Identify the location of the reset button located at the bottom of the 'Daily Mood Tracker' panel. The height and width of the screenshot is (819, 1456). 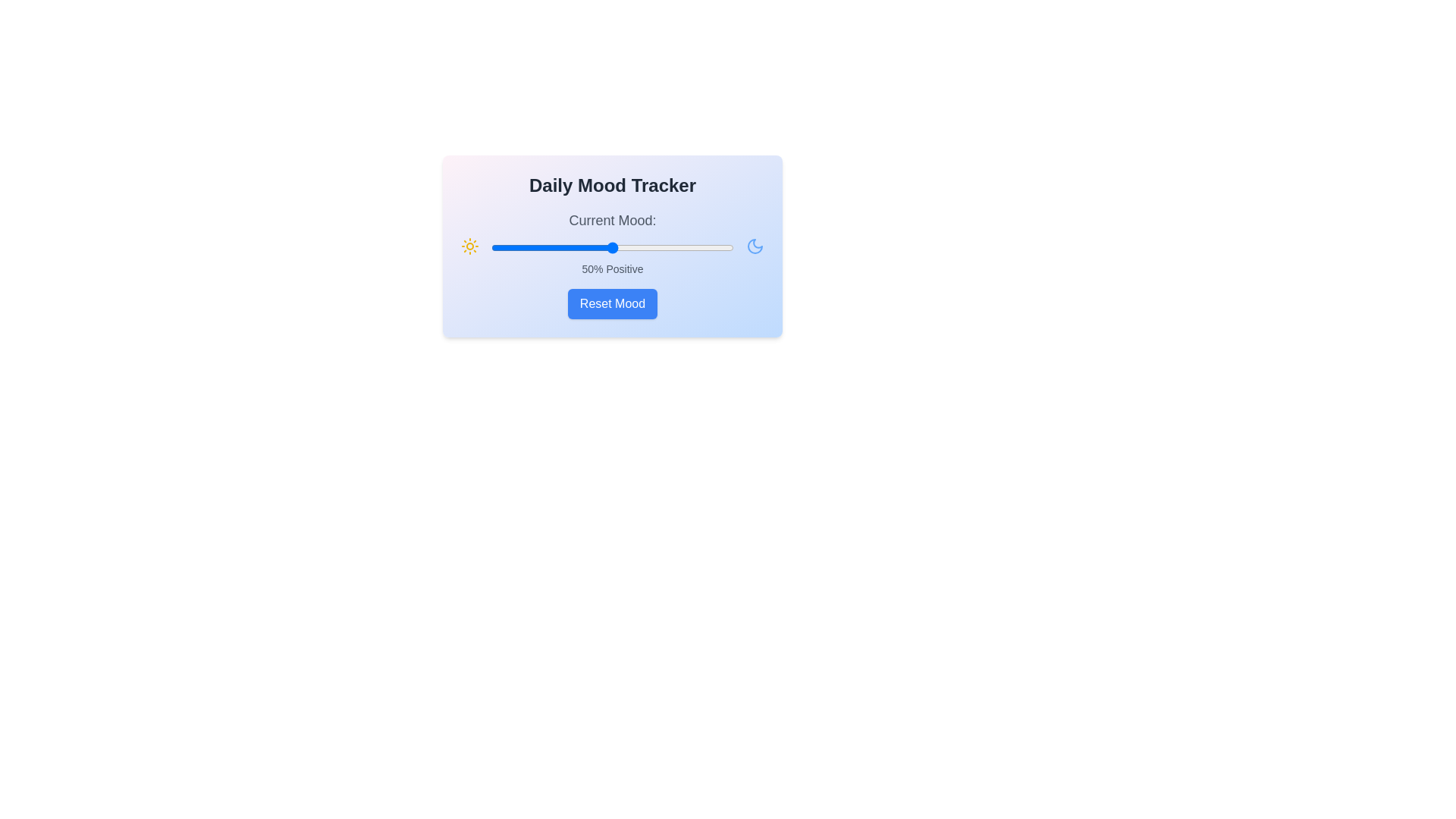
(612, 304).